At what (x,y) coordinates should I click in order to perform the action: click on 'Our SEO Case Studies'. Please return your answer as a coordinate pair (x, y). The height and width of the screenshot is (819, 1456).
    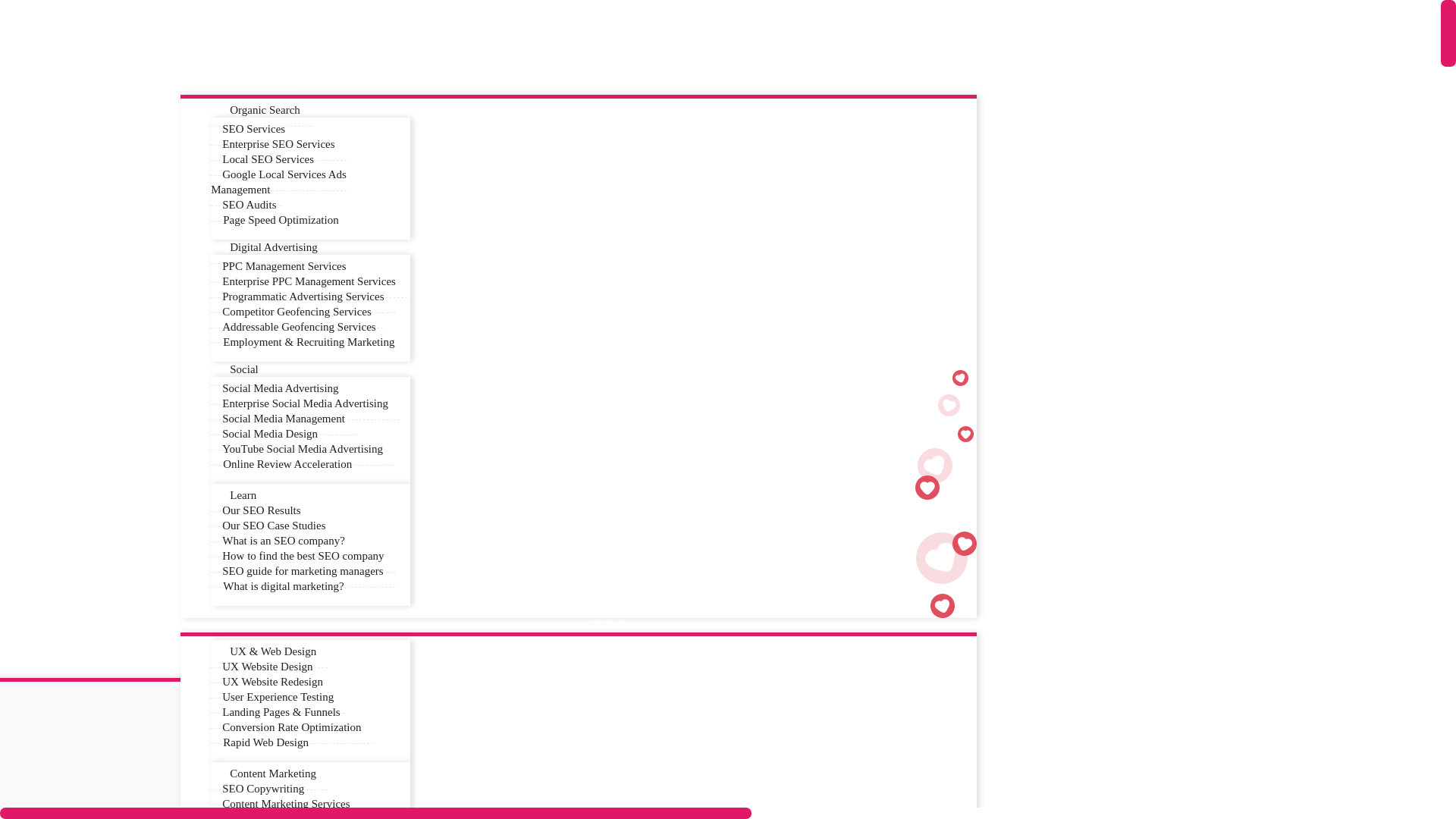
    Looking at the image, I should click on (273, 525).